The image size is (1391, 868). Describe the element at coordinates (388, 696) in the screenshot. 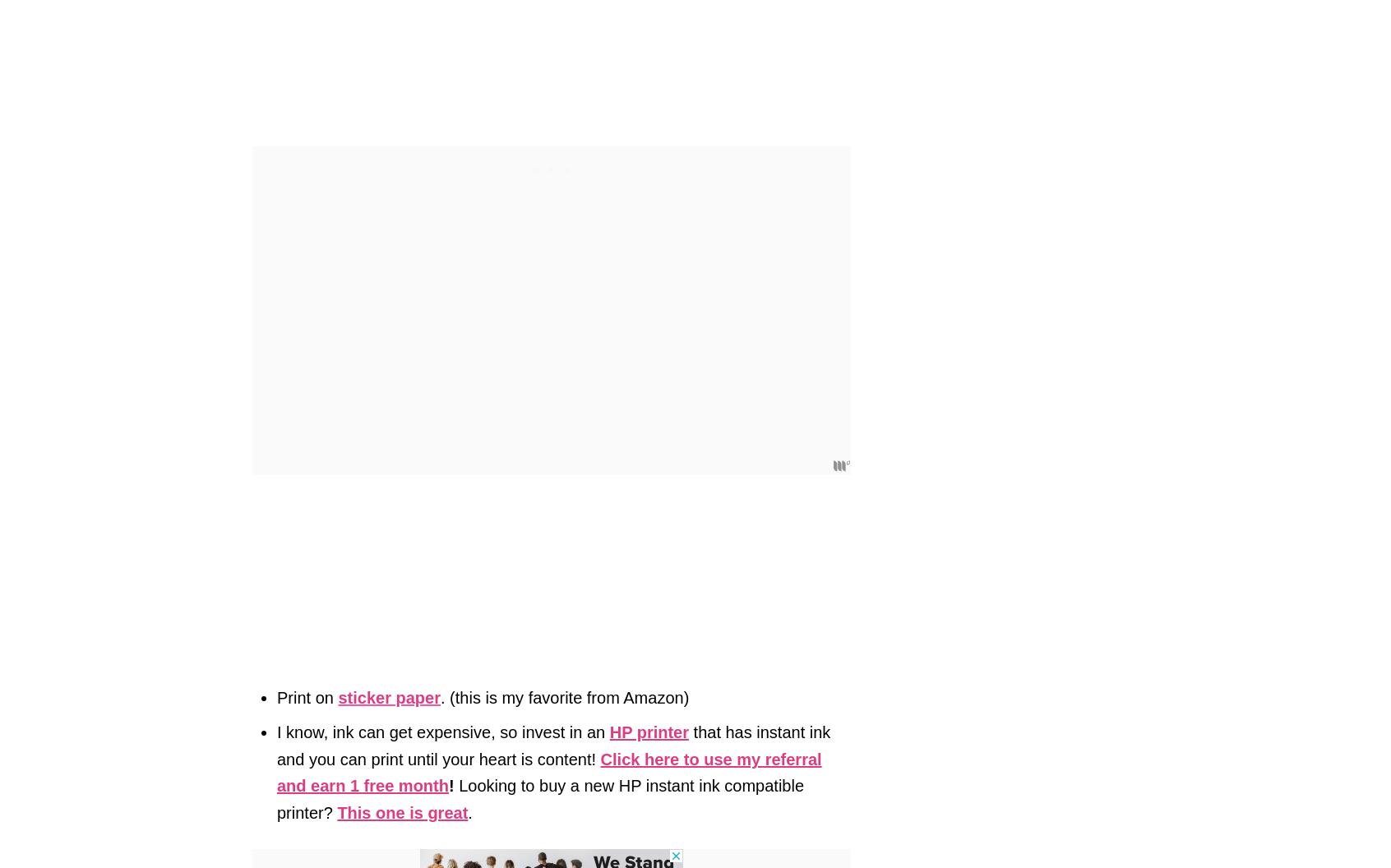

I see `'sticker paper'` at that location.